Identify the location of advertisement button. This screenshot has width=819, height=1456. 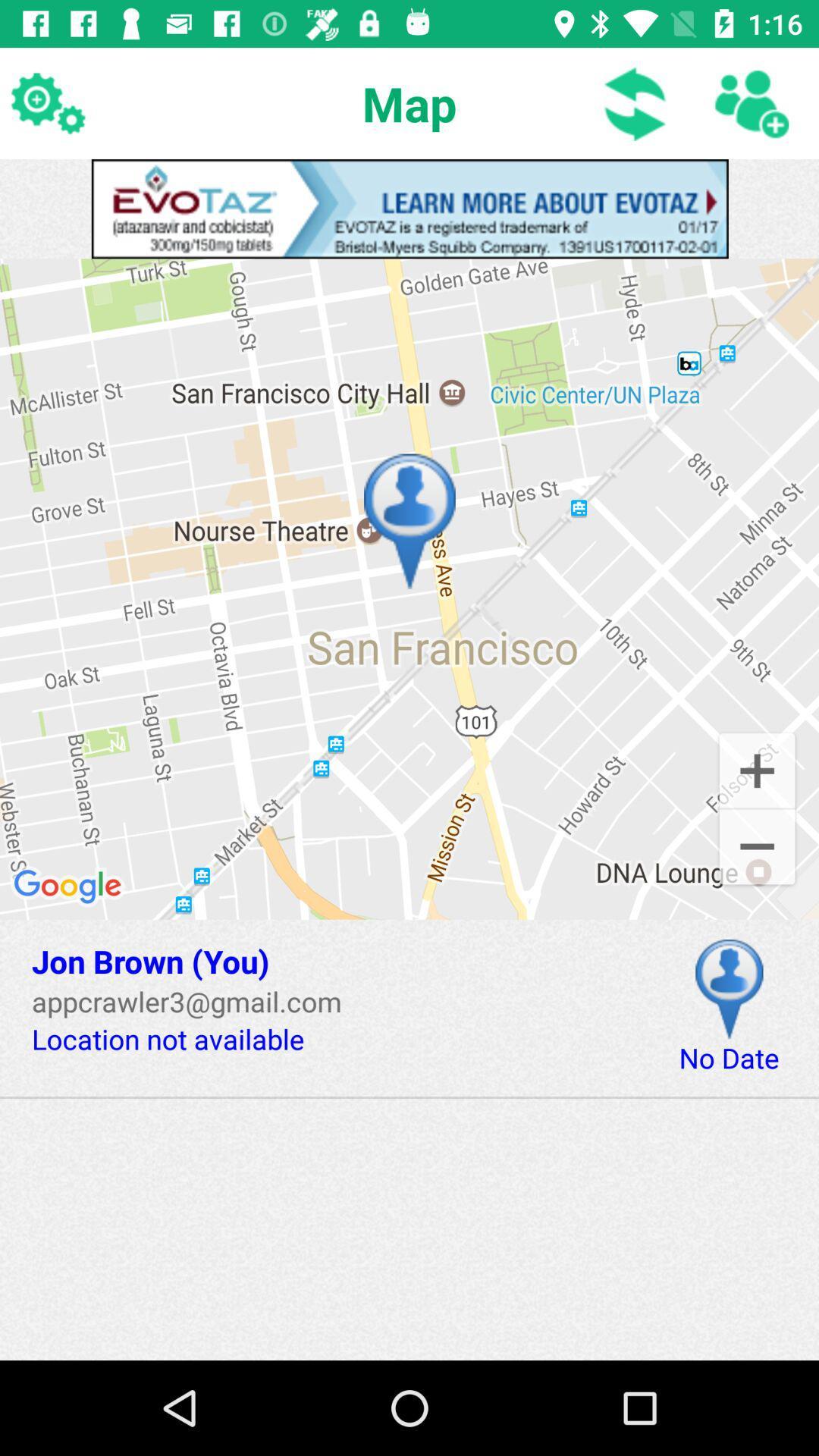
(409, 208).